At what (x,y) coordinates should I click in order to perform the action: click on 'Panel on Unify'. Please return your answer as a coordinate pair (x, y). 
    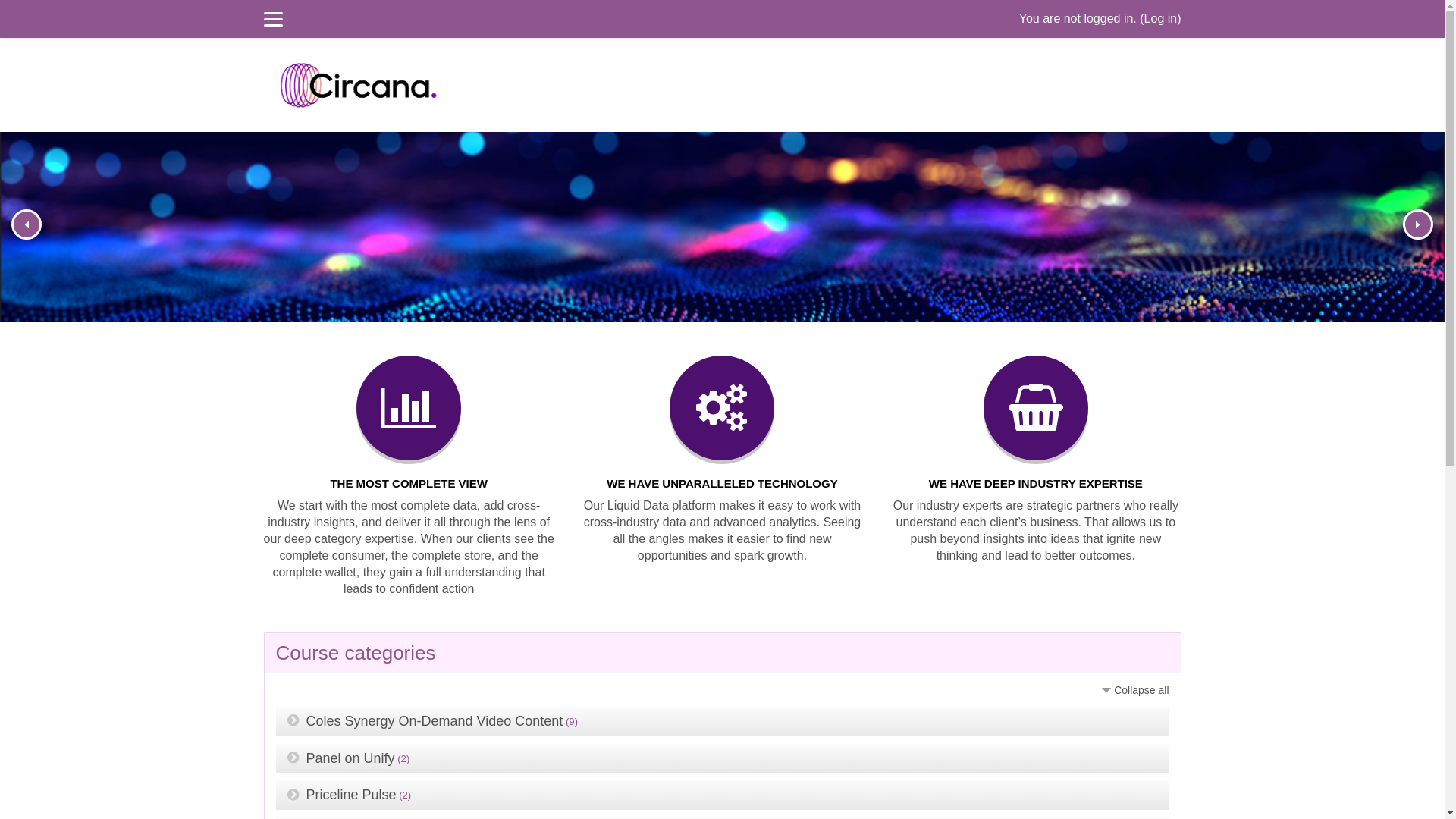
    Looking at the image, I should click on (350, 758).